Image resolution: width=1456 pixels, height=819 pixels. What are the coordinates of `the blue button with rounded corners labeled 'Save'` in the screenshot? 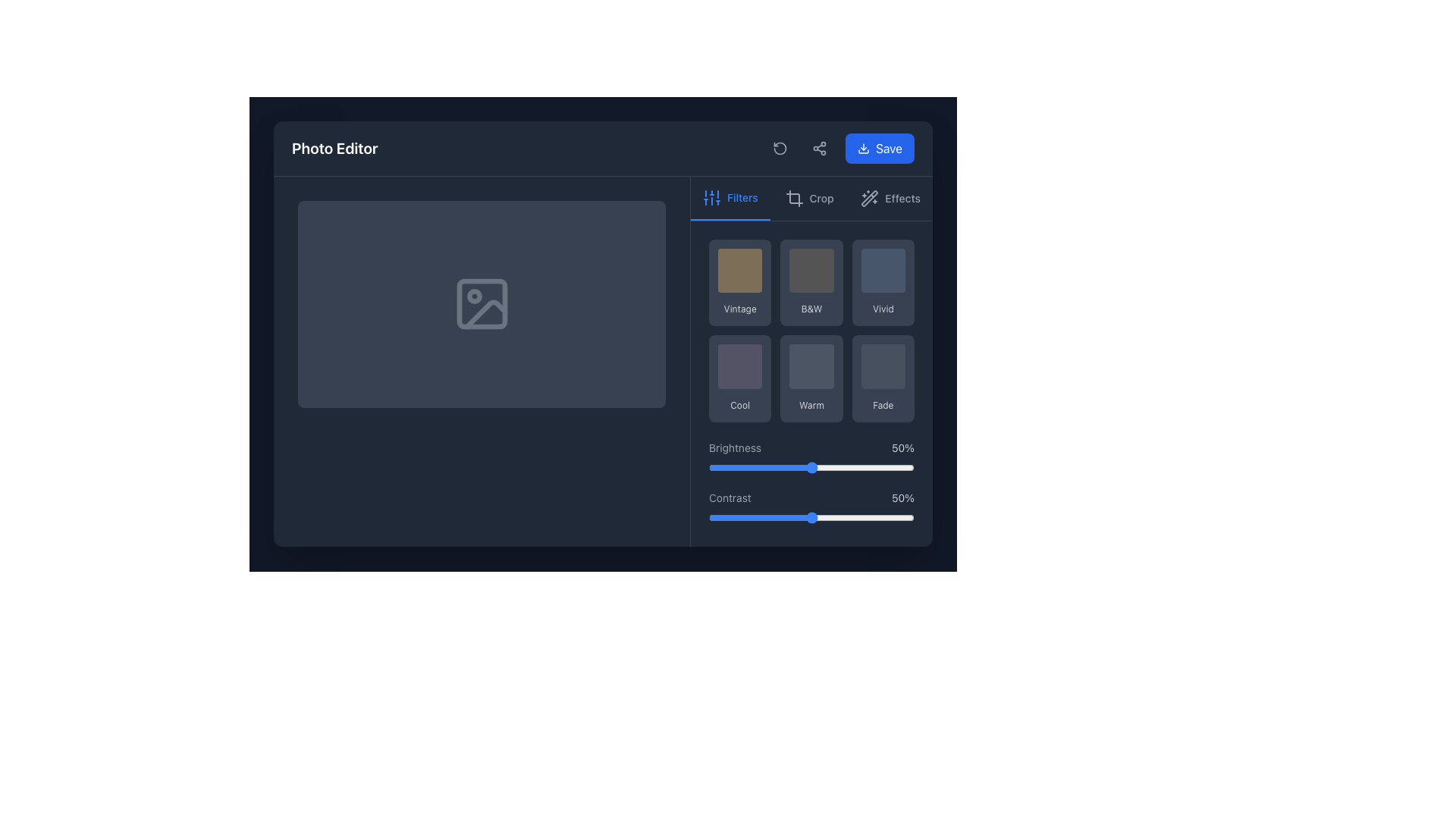 It's located at (880, 149).